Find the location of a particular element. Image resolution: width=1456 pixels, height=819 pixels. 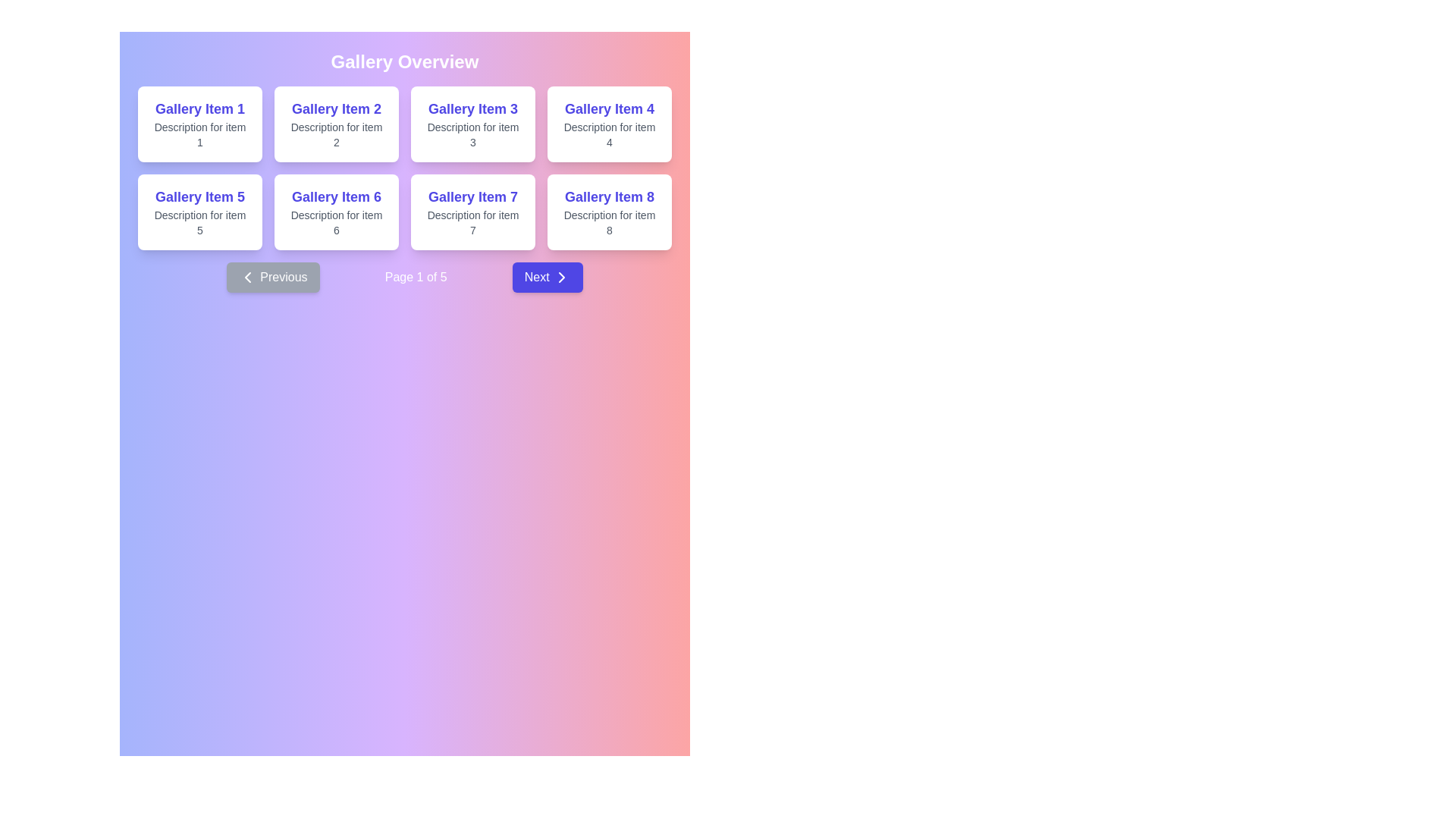

the text label displaying 'Gallery Item 1' in bold indigo font located at the top center of the first card in the gallery interface is located at coordinates (199, 108).